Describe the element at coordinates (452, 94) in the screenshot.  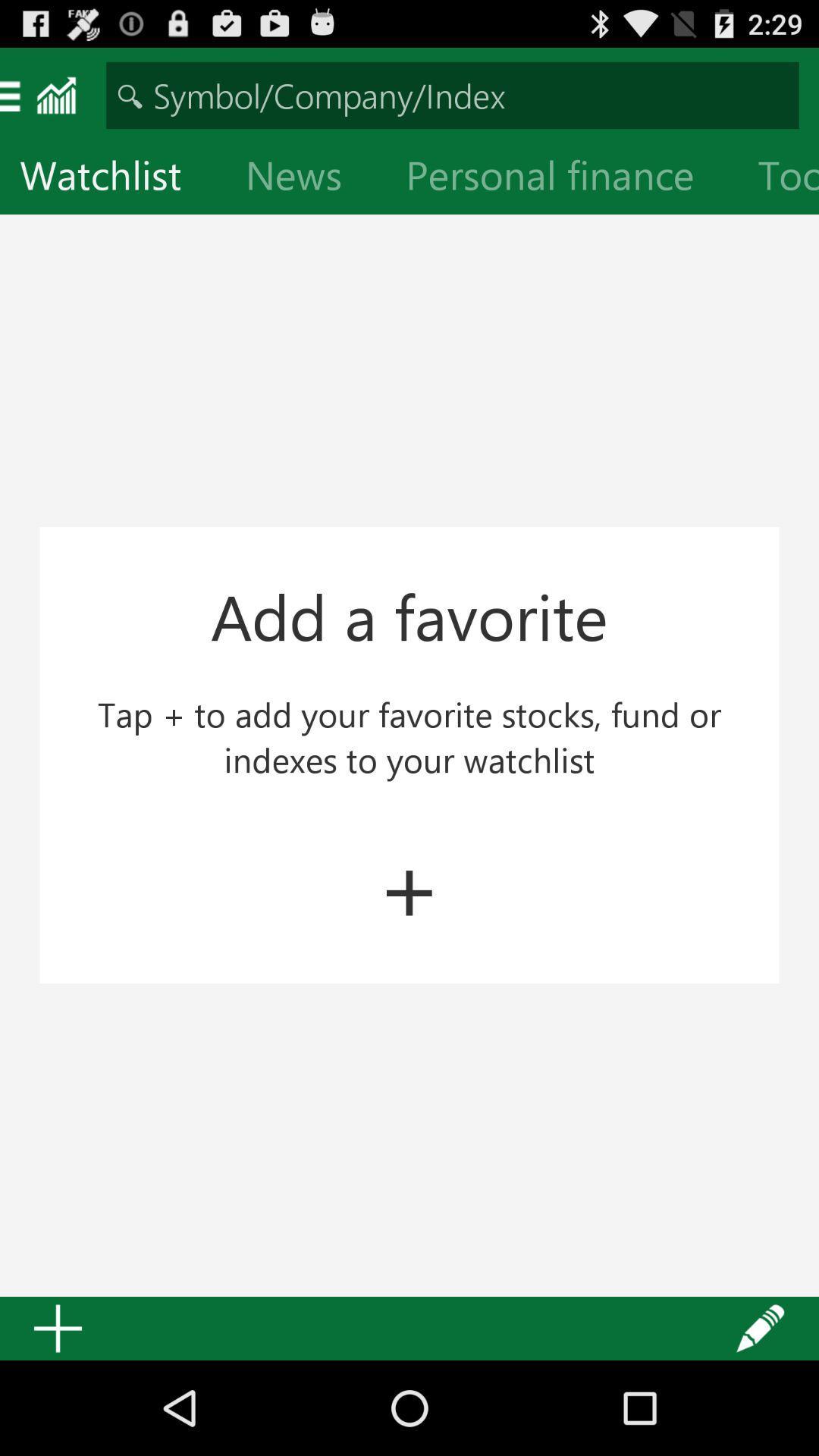
I see `input search text` at that location.